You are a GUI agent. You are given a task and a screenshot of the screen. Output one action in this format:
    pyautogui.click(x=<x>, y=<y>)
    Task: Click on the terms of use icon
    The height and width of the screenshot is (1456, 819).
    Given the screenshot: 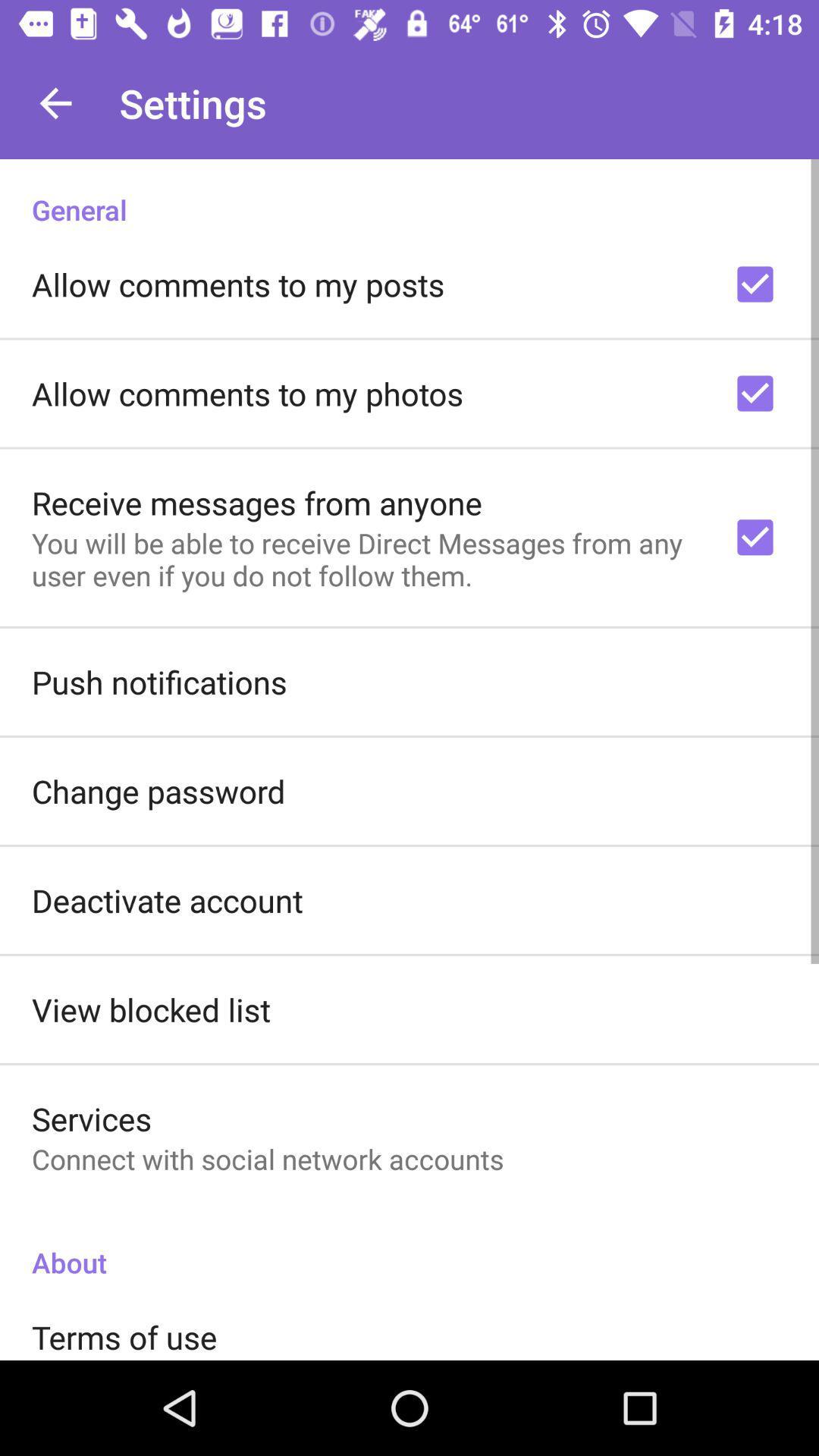 What is the action you would take?
    pyautogui.click(x=124, y=1337)
    